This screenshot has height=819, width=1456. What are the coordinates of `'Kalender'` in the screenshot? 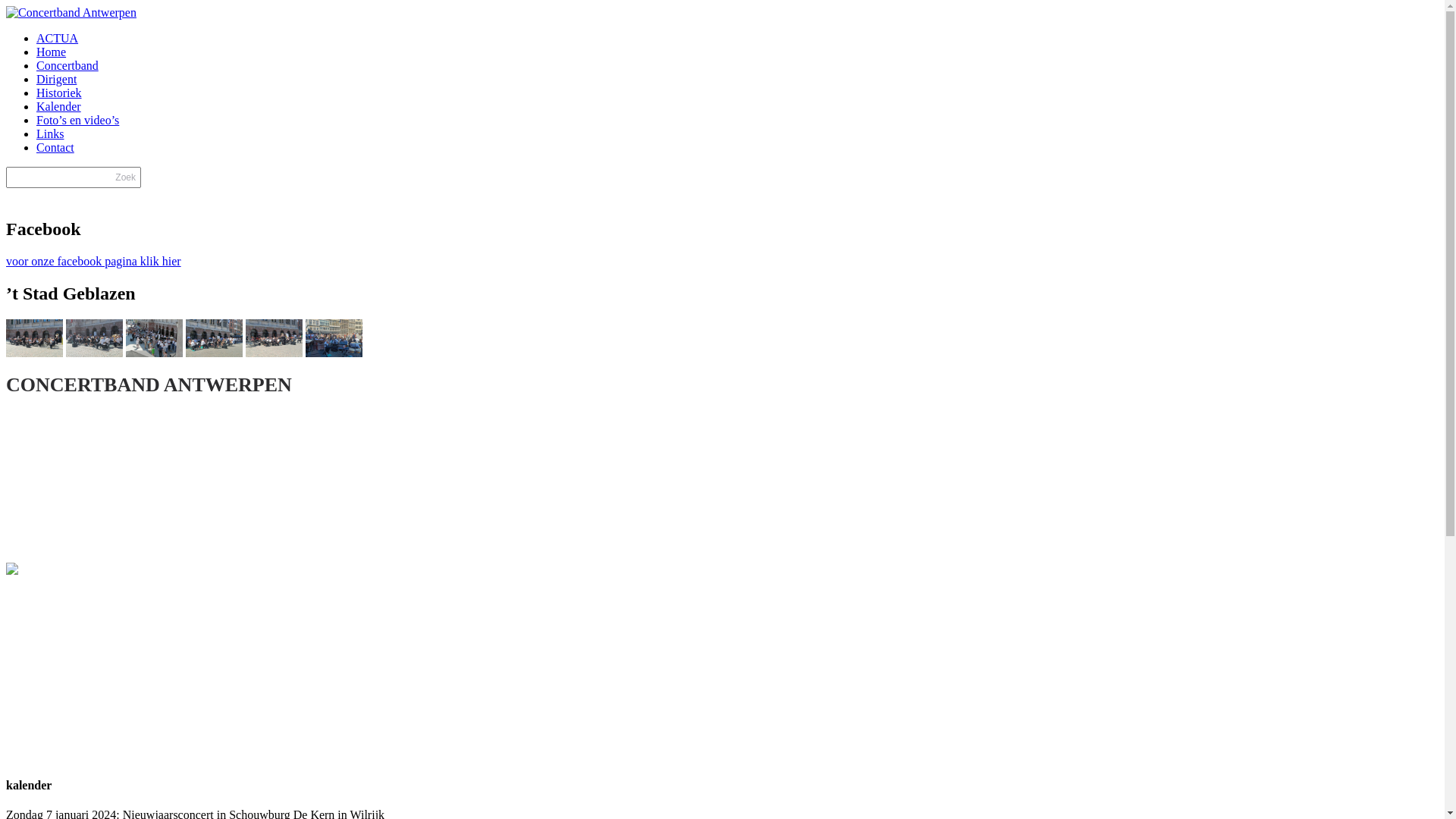 It's located at (58, 105).